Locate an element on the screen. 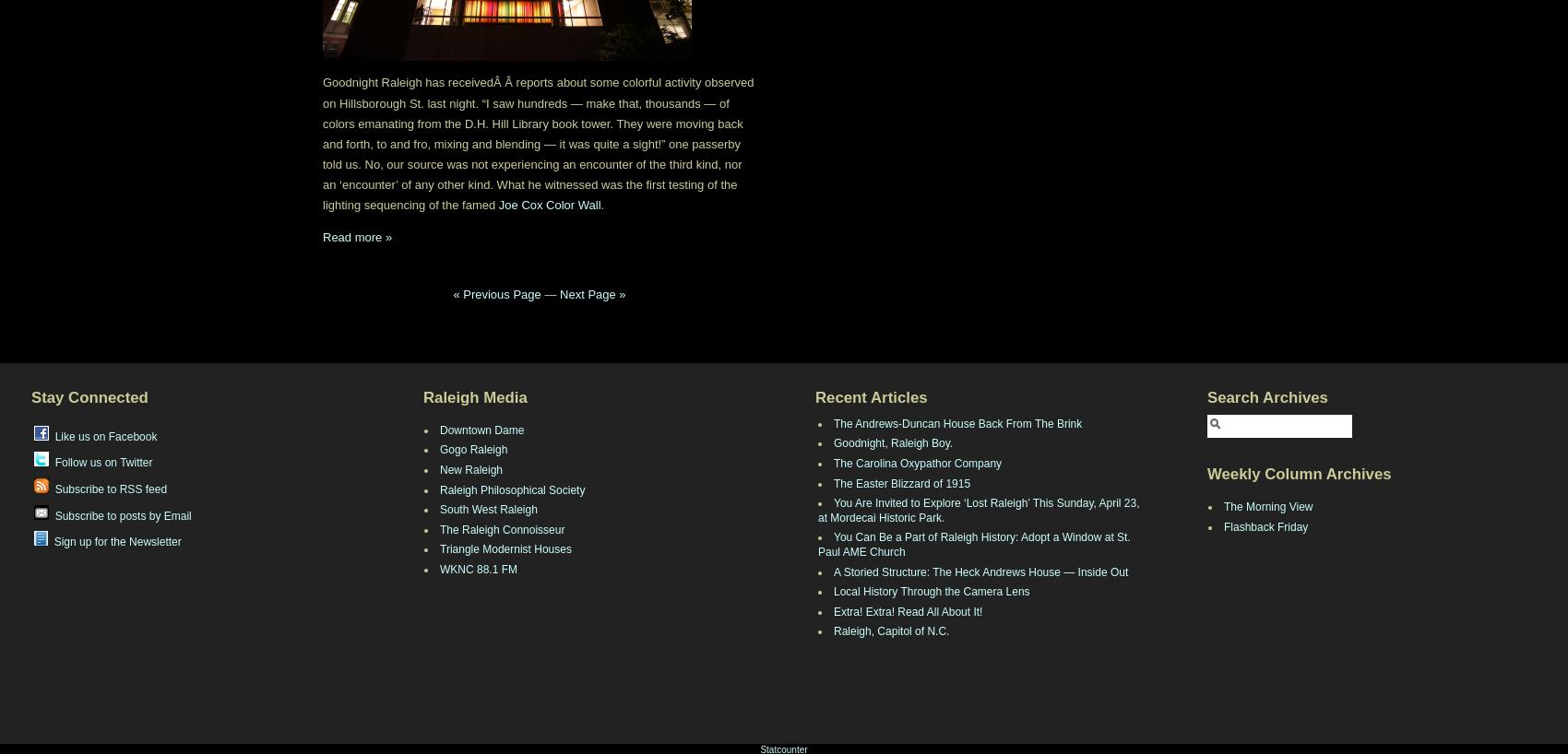 The width and height of the screenshot is (1568, 754). 'The Carolina Oxypathor Company' is located at coordinates (917, 463).